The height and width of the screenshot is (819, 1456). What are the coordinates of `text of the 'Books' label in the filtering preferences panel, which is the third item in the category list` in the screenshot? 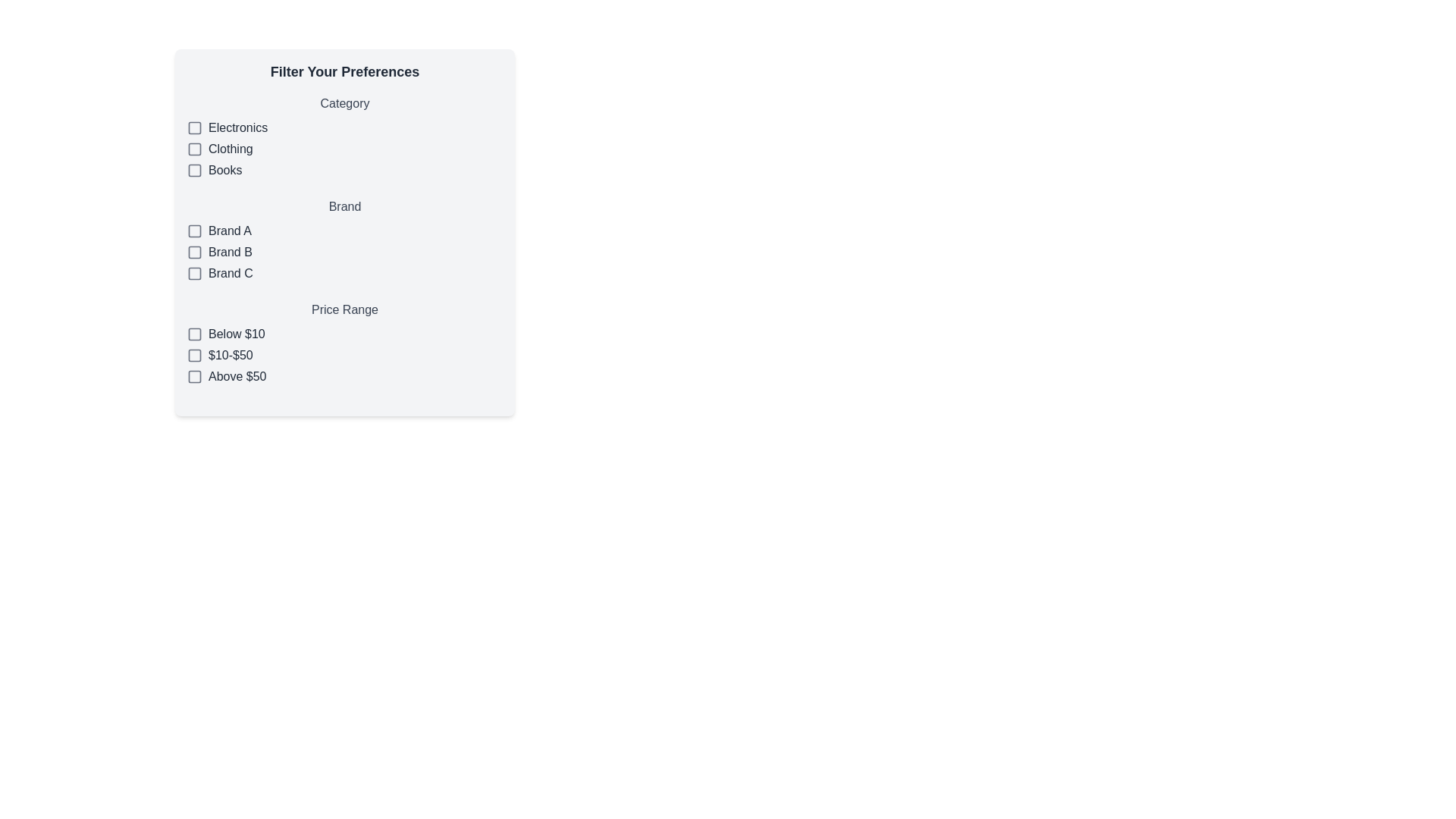 It's located at (224, 170).